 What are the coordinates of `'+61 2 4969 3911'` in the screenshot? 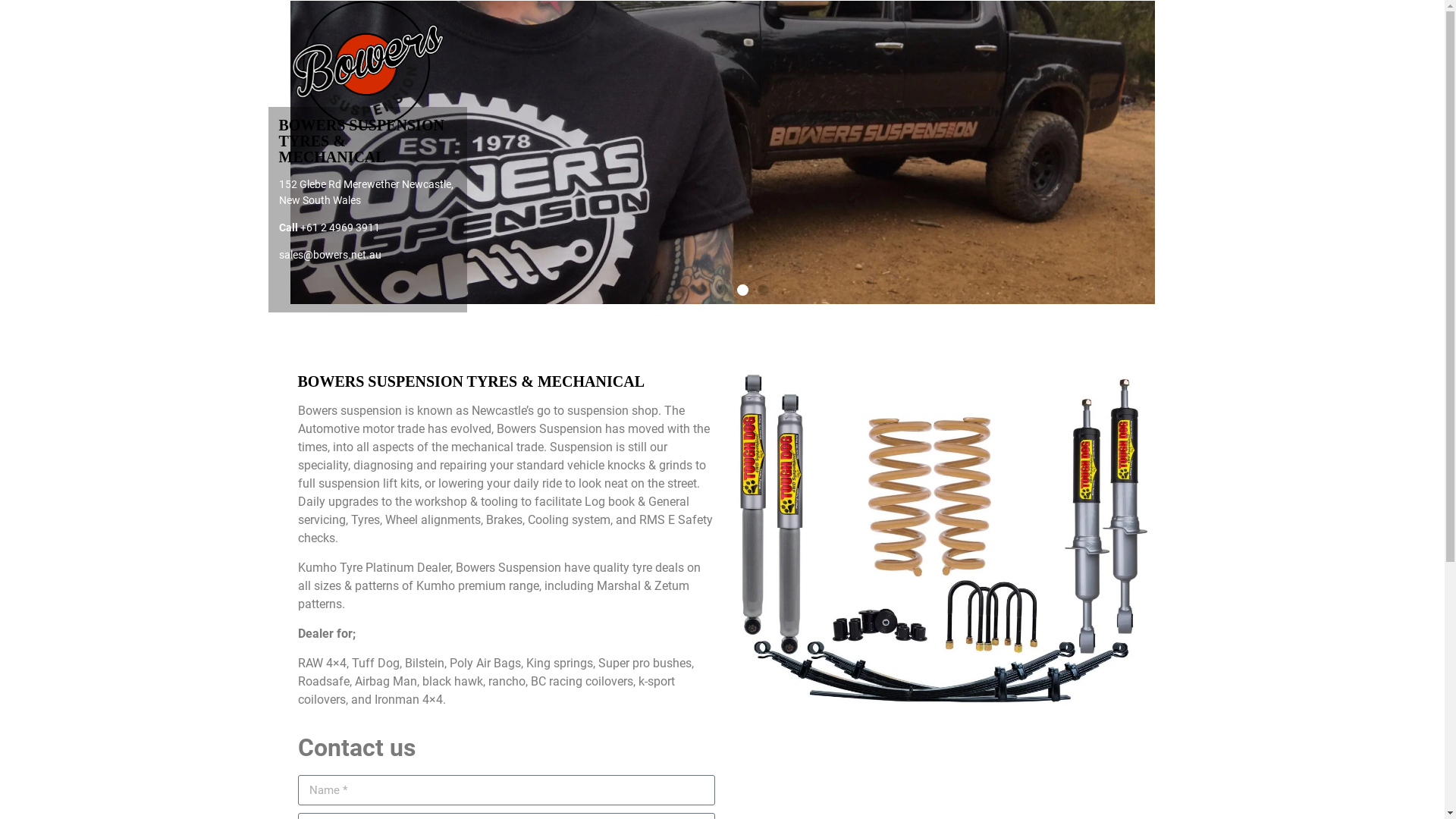 It's located at (339, 227).